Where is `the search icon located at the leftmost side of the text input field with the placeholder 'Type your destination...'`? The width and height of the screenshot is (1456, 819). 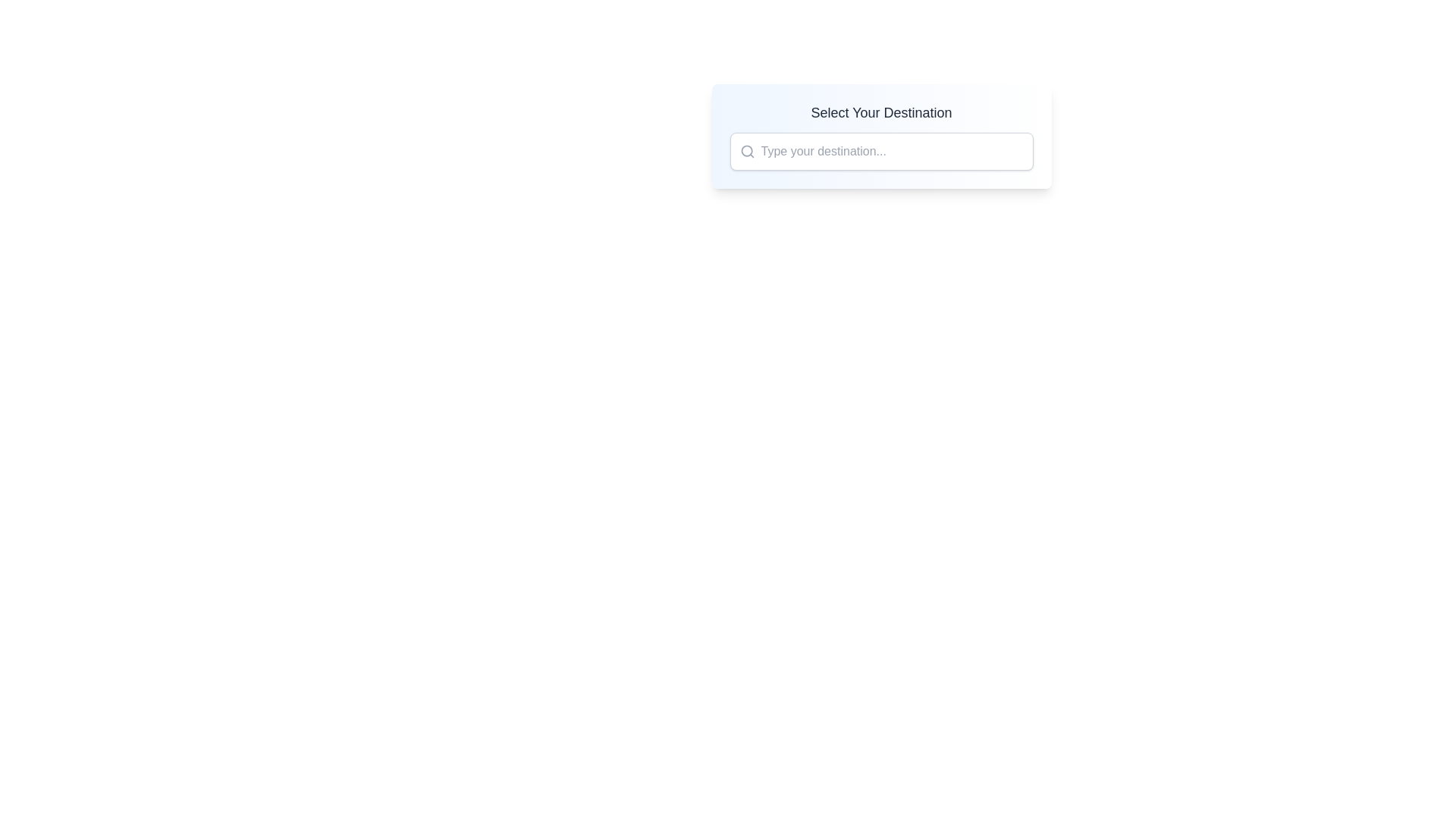
the search icon located at the leftmost side of the text input field with the placeholder 'Type your destination...' is located at coordinates (747, 152).